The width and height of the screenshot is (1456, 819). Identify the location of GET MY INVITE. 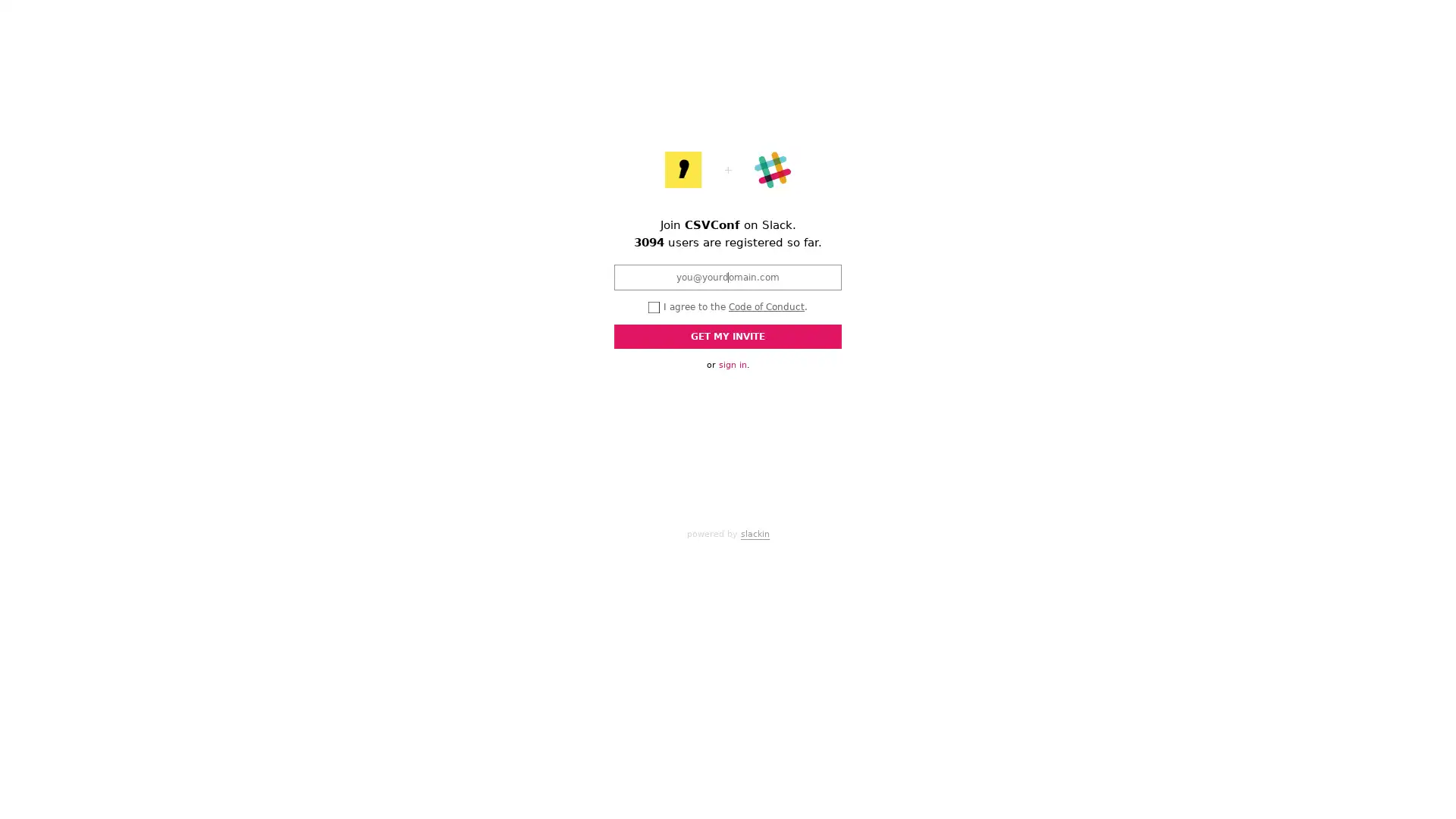
(728, 335).